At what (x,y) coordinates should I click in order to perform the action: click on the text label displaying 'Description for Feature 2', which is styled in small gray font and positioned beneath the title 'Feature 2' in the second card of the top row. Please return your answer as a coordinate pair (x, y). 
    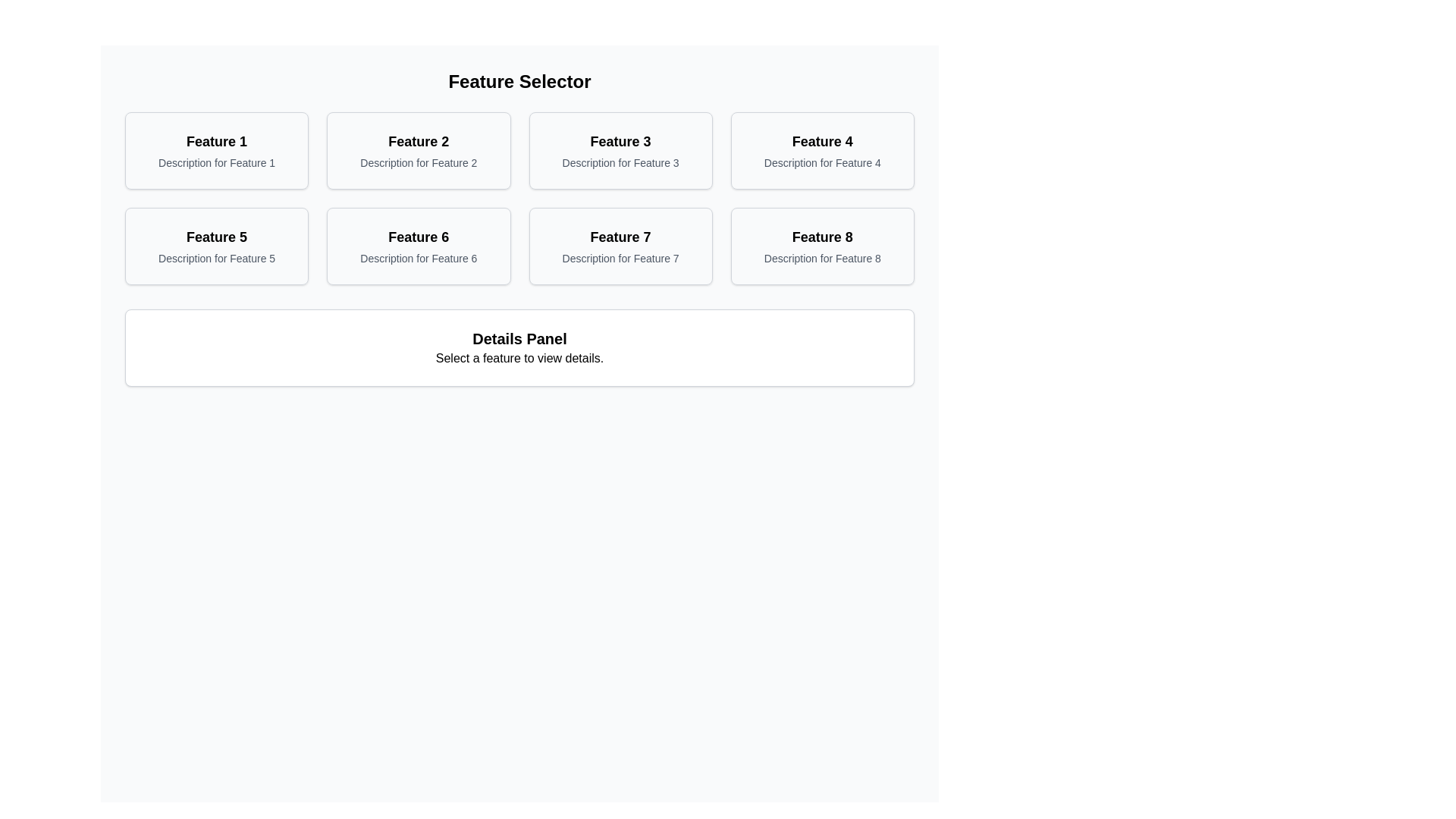
    Looking at the image, I should click on (419, 163).